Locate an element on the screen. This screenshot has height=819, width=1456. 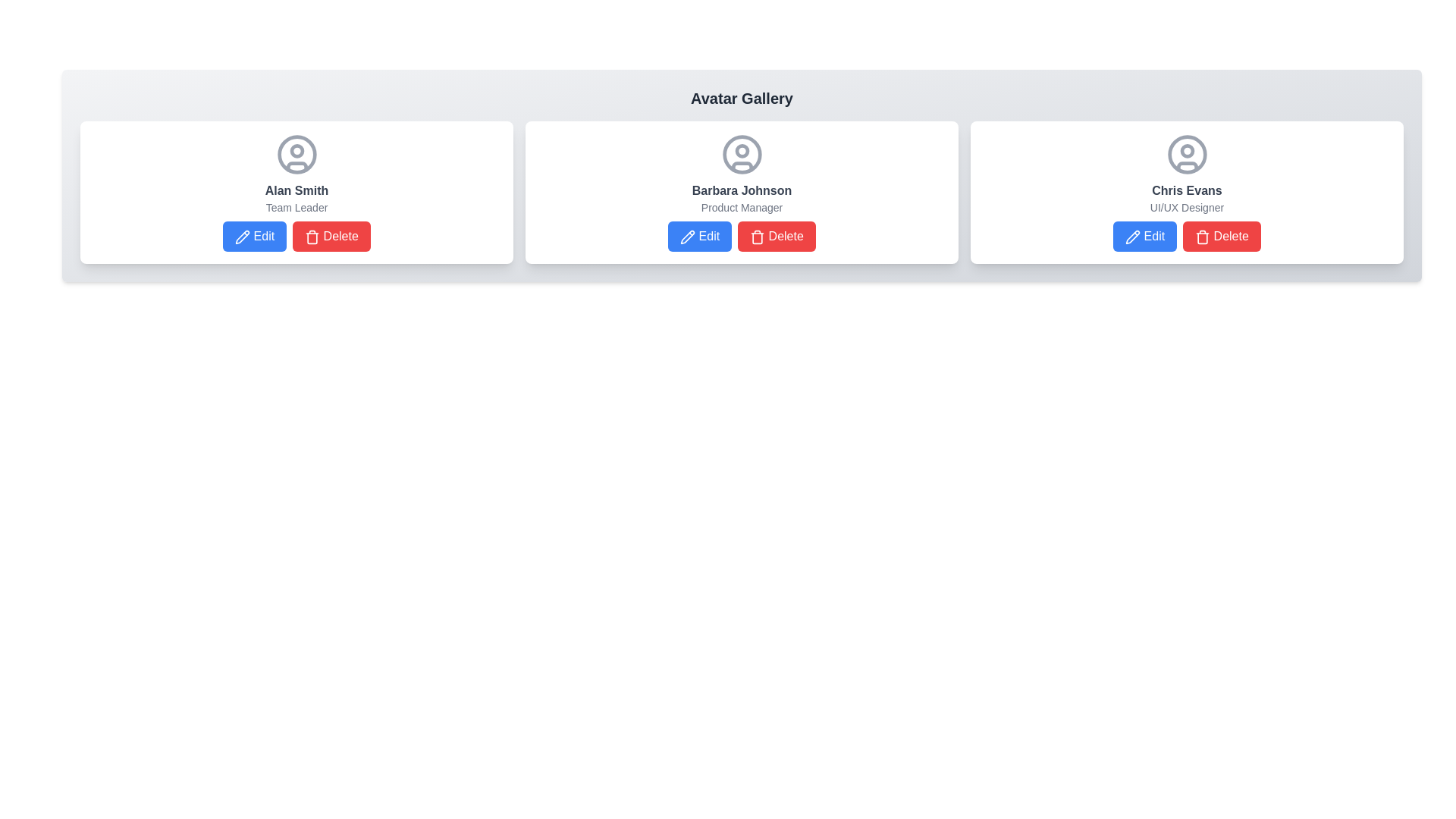
the button that allows users to start editing the information associated with 'Chris Evans' is located at coordinates (1145, 237).